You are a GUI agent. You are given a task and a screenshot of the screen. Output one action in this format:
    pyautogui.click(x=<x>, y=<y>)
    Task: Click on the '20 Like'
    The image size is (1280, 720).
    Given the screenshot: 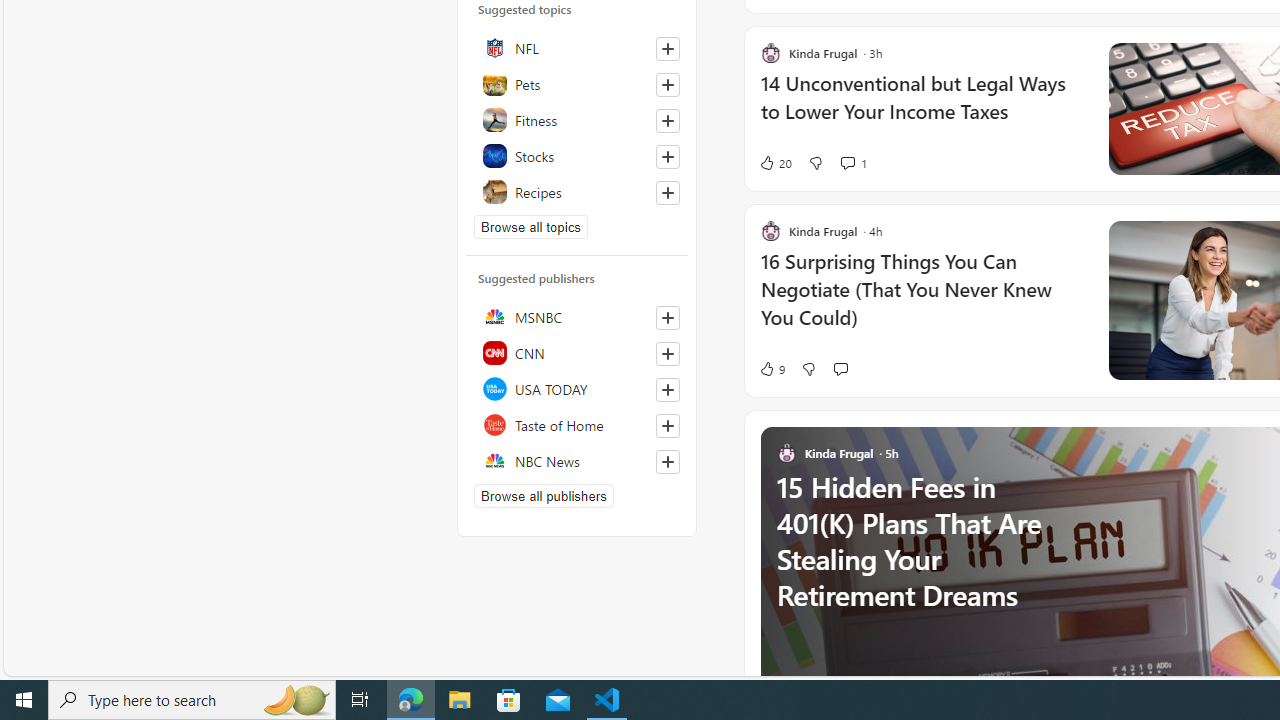 What is the action you would take?
    pyautogui.click(x=774, y=162)
    